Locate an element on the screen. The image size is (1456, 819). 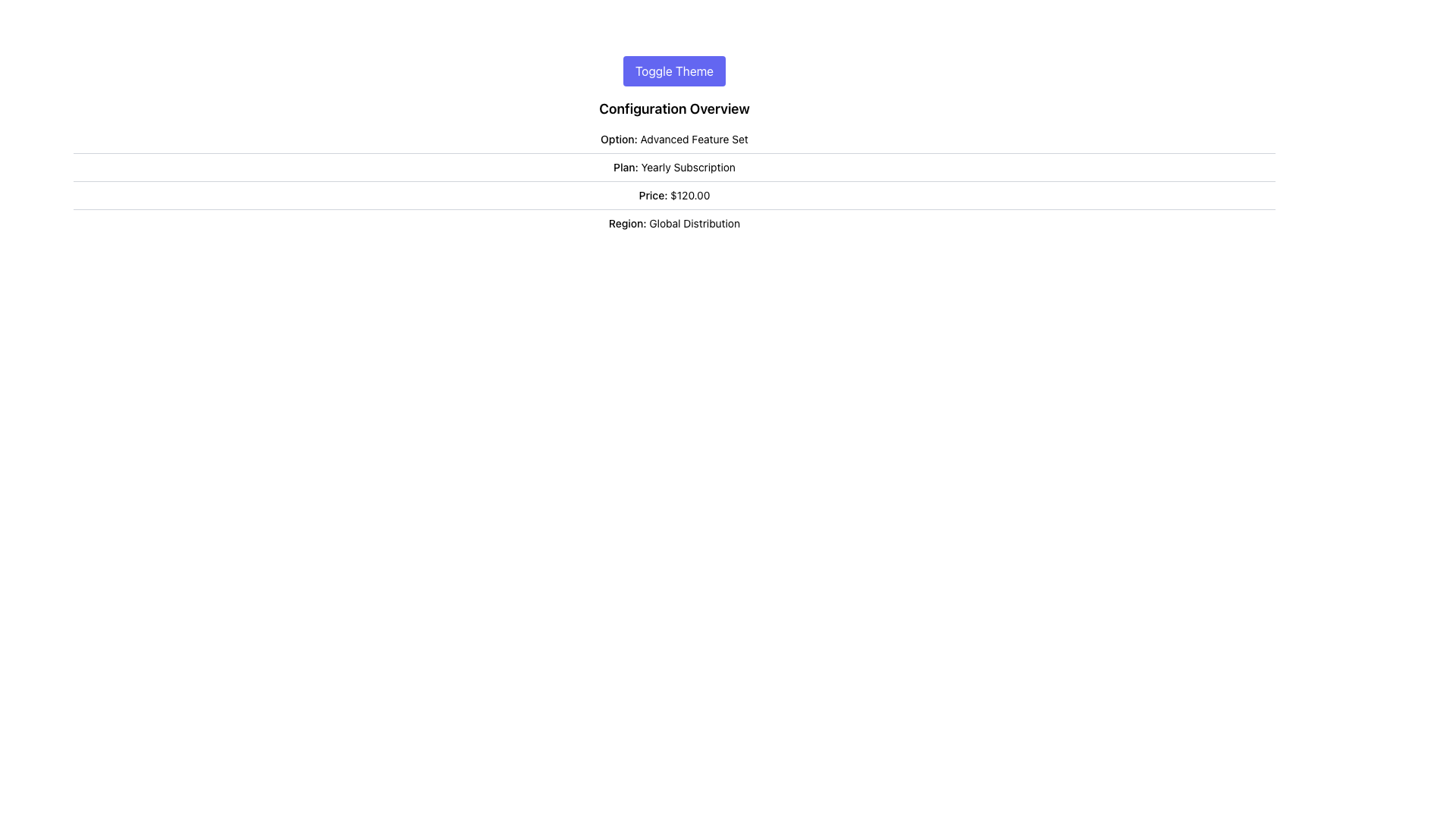
the text label displaying 'Option:' which is positioned to the left of 'Advanced Feature Set' in the 'Configuration Overview' section is located at coordinates (620, 139).